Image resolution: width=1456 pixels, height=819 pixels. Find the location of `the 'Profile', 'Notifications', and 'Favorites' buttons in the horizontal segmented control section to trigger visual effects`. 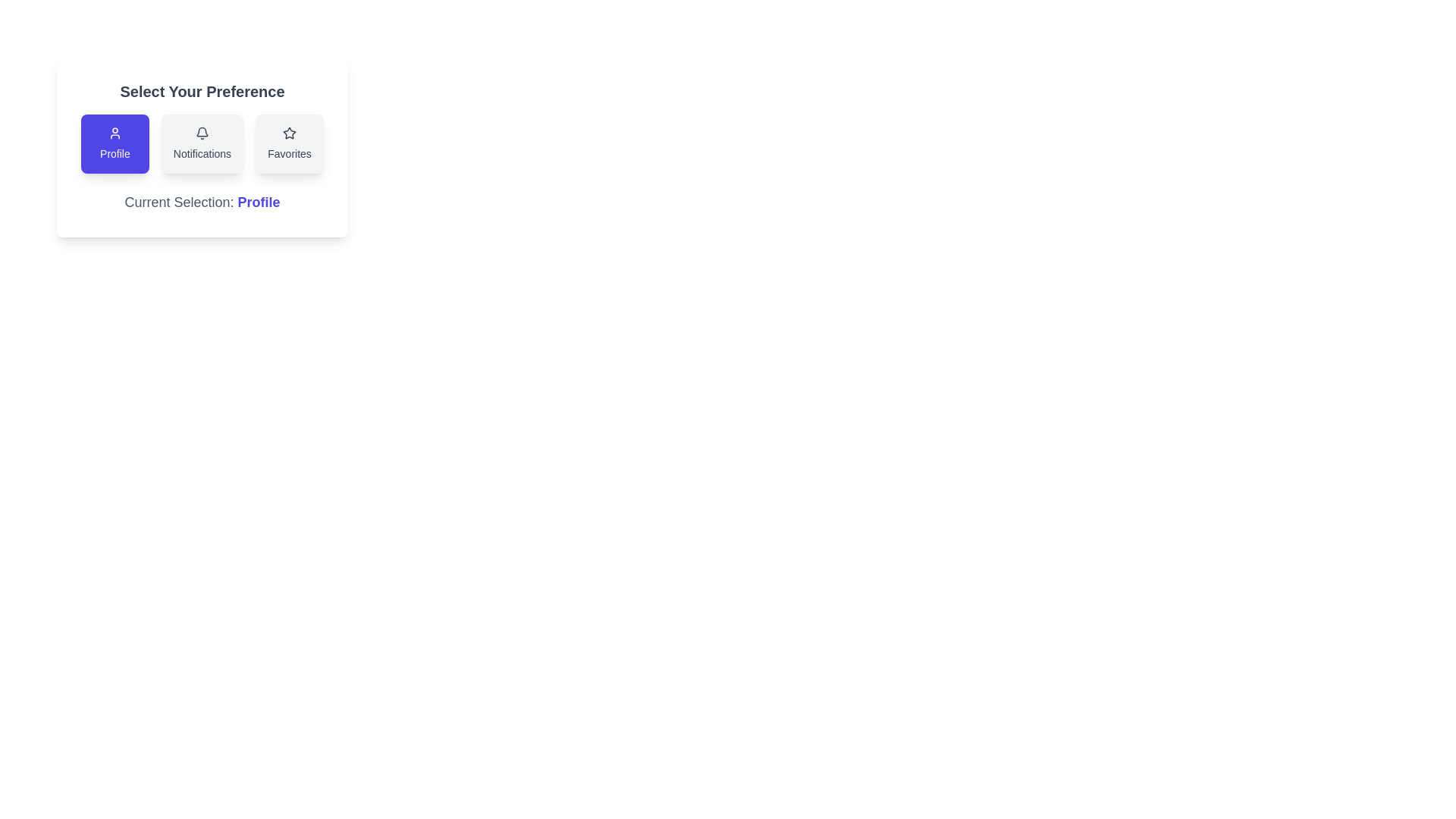

the 'Profile', 'Notifications', and 'Favorites' buttons in the horizontal segmented control section to trigger visual effects is located at coordinates (202, 143).